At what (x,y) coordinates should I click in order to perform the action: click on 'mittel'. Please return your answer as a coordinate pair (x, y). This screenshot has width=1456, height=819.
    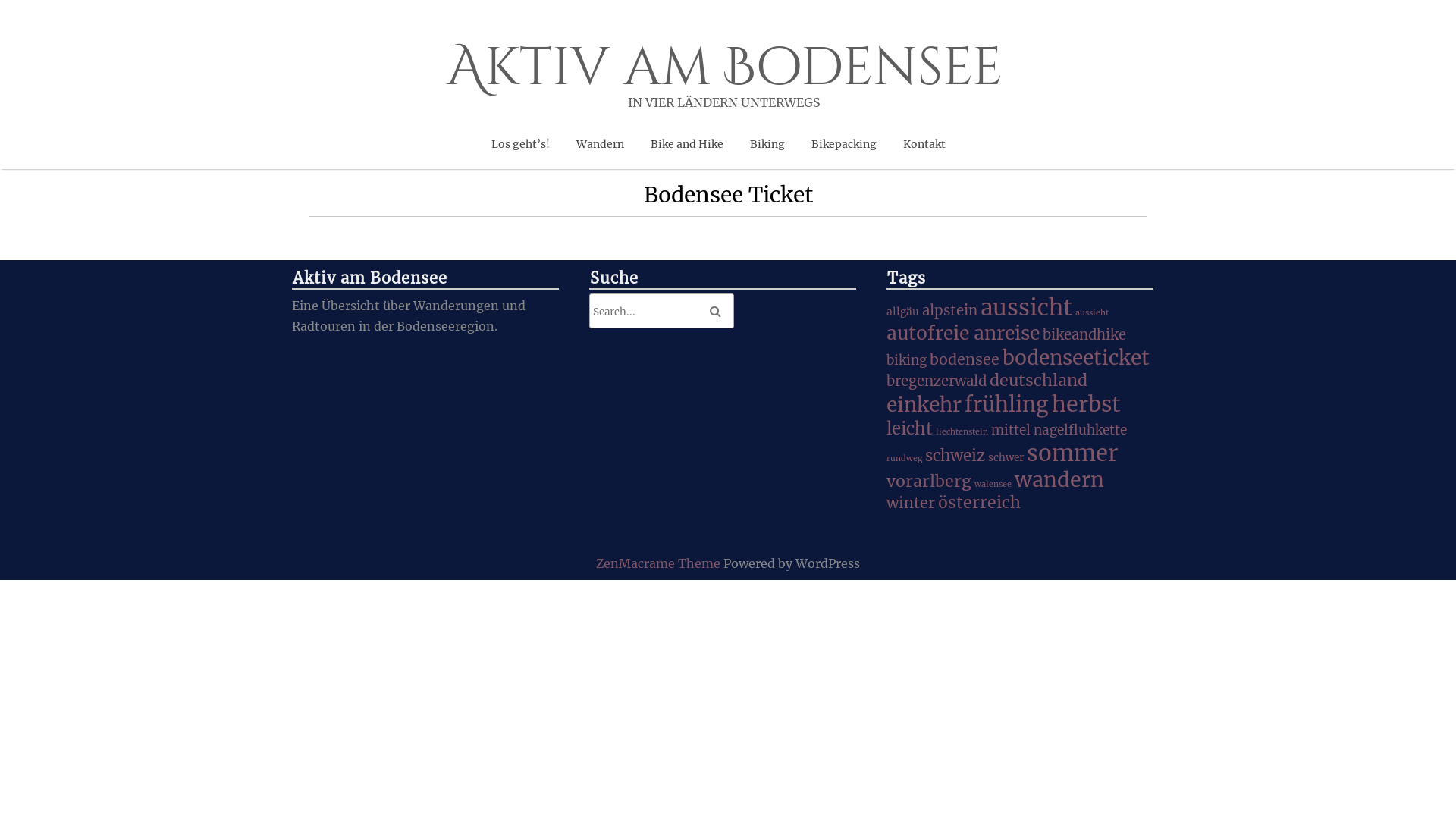
    Looking at the image, I should click on (1011, 430).